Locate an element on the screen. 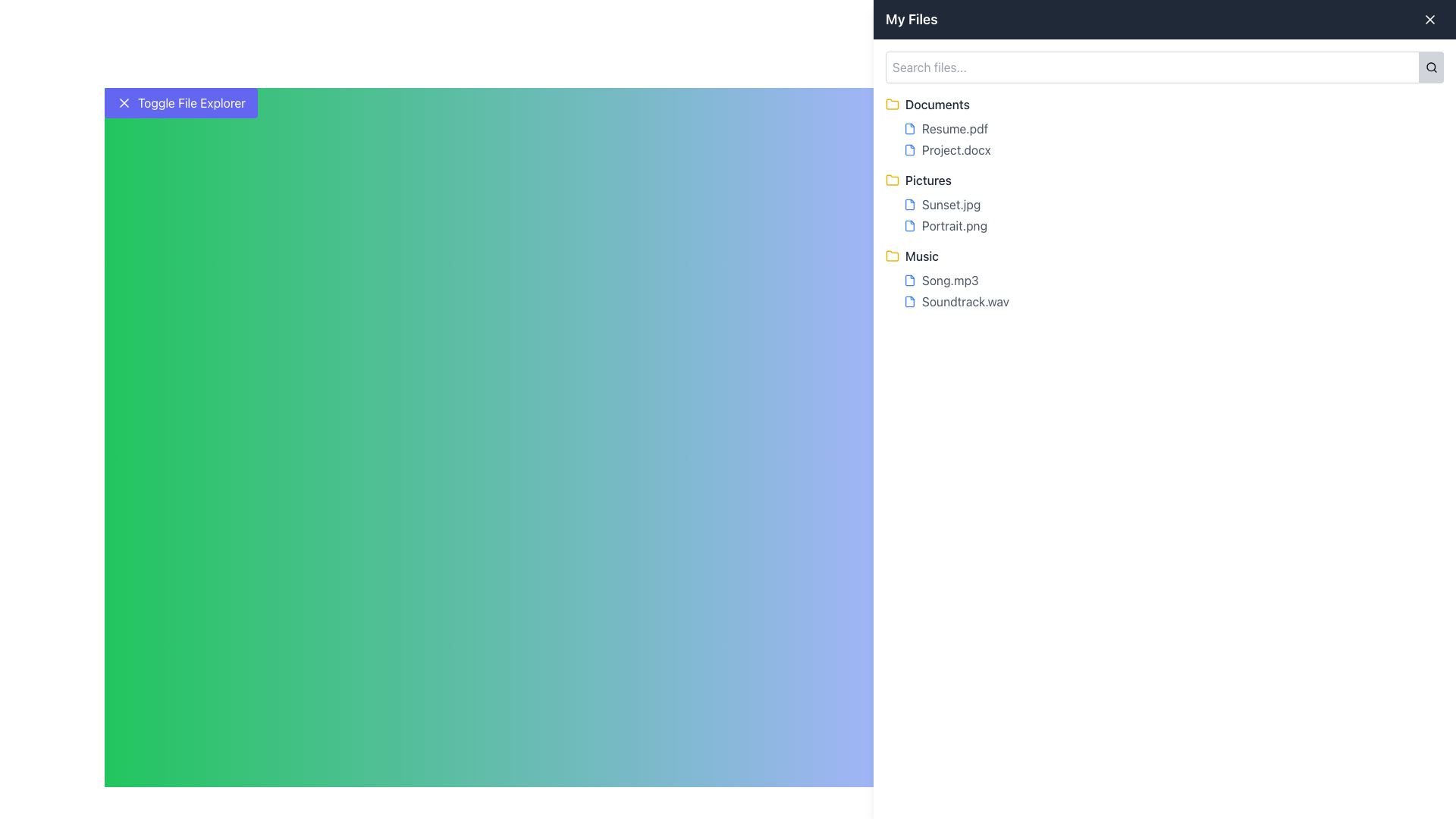 This screenshot has height=819, width=1456. the yellow outlined folder icon located in the 'My Files' section, positioned immediately before the 'Pictures' label is located at coordinates (892, 178).